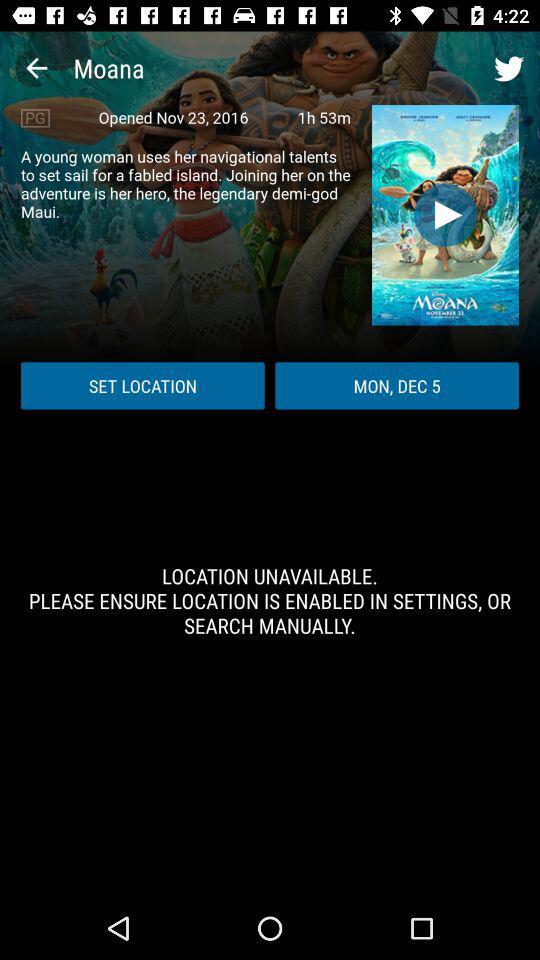 The image size is (540, 960). Describe the element at coordinates (185, 184) in the screenshot. I see `icon above the set location icon` at that location.